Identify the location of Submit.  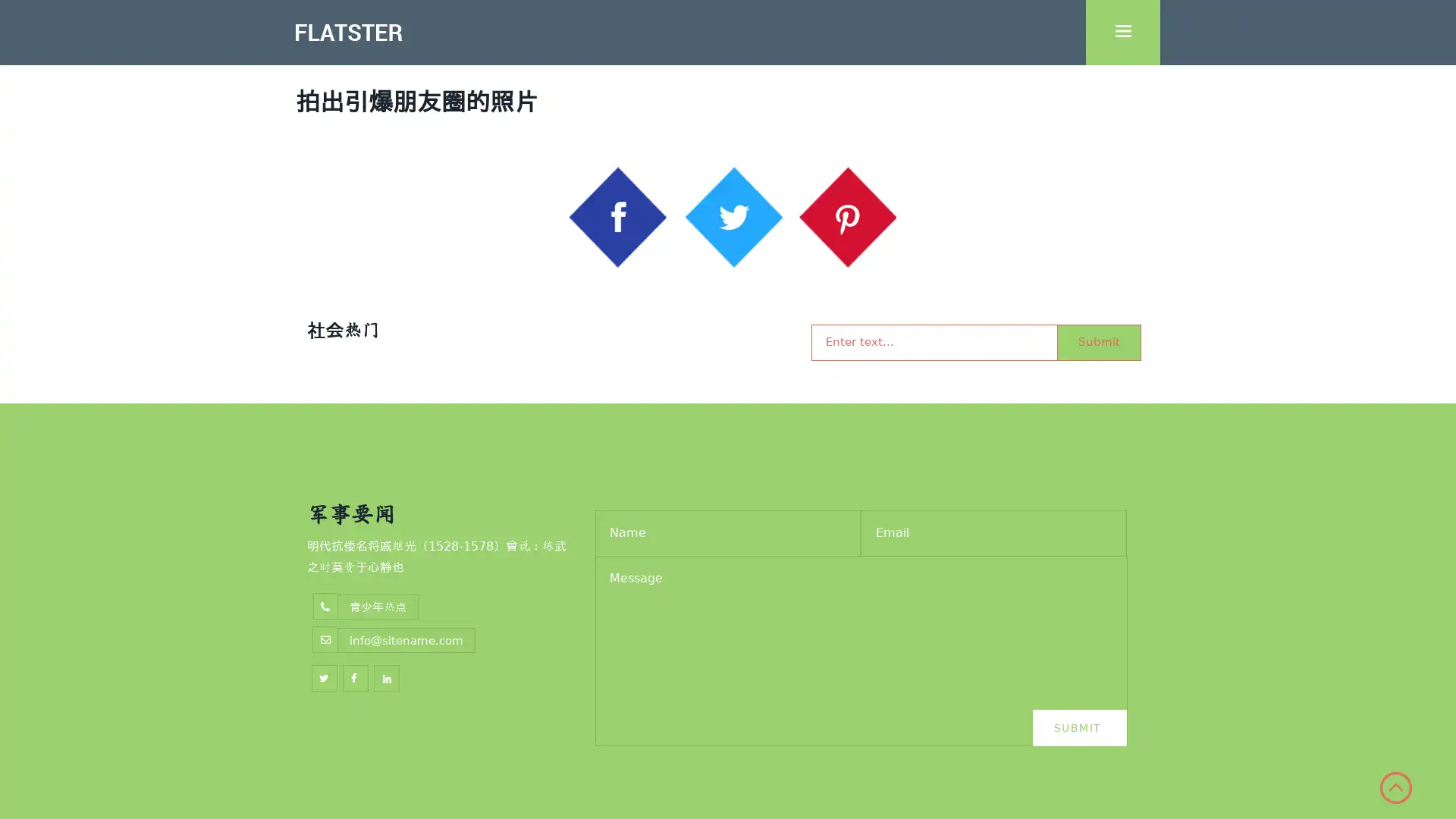
(1093, 342).